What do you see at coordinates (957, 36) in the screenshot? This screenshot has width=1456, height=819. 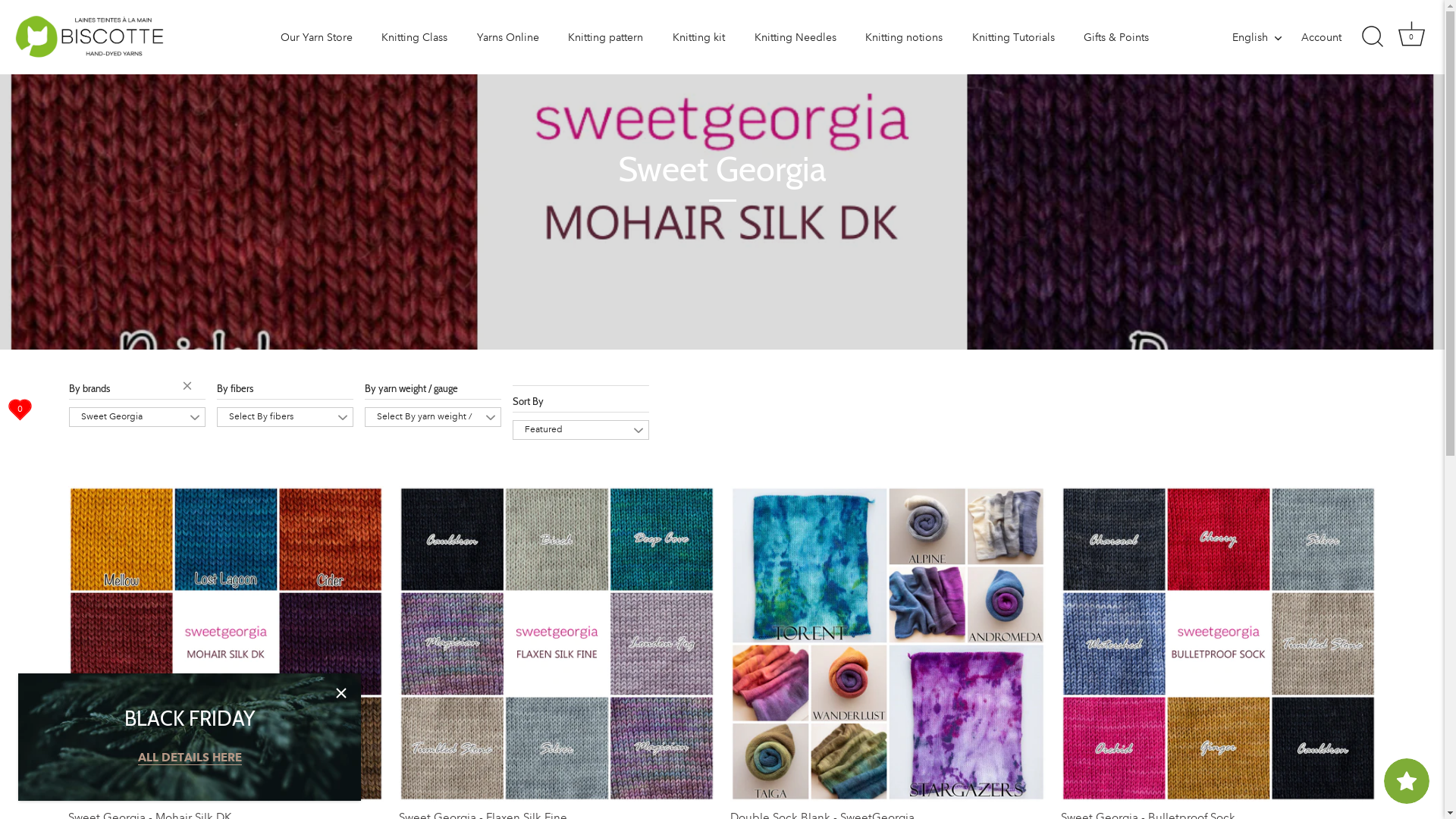 I see `'Knitting Tutorials'` at bounding box center [957, 36].